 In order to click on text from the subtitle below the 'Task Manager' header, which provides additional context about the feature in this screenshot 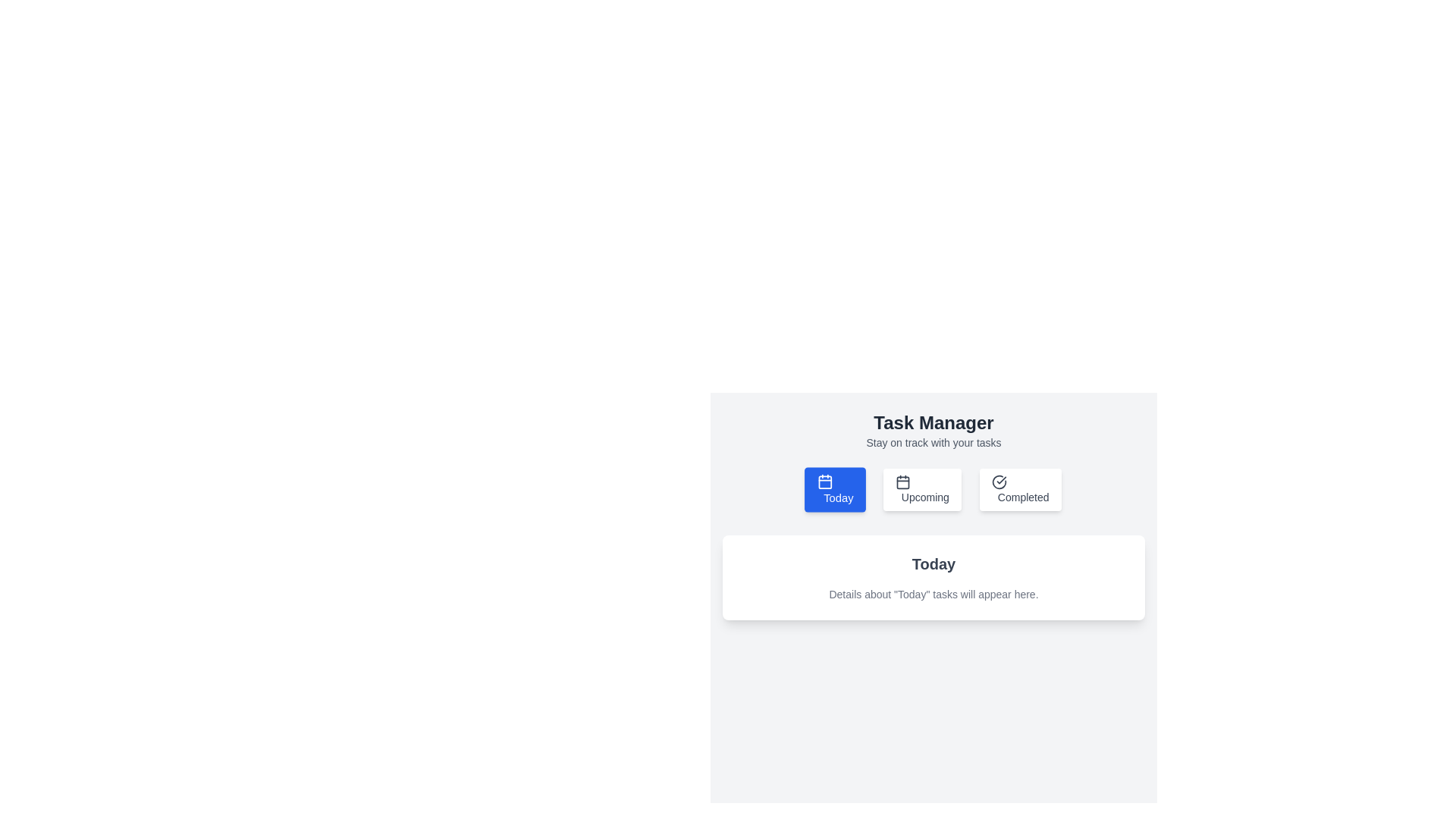, I will do `click(933, 442)`.